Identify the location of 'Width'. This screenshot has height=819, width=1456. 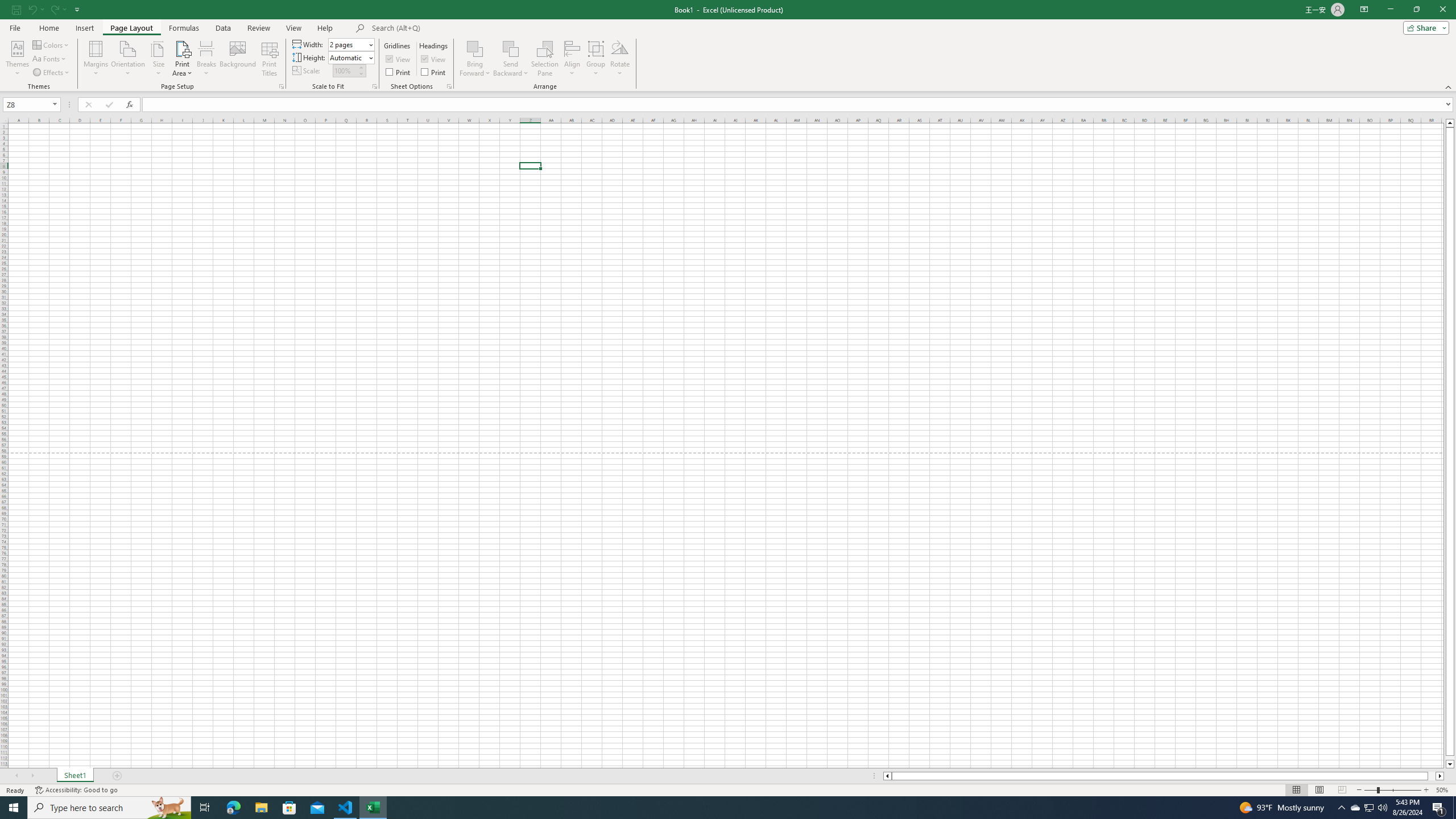
(350, 44).